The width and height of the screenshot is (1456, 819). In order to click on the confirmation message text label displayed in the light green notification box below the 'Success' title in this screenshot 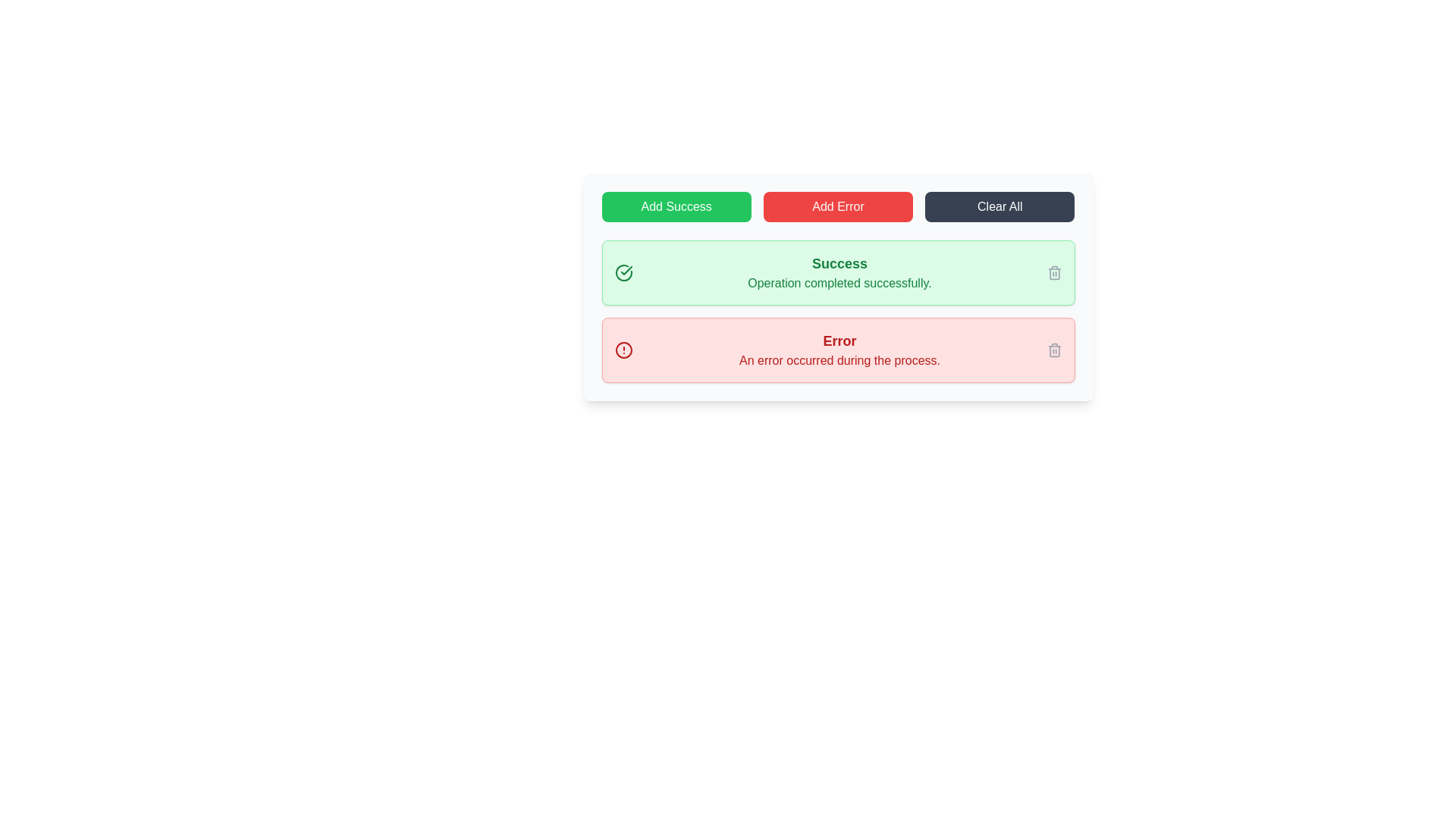, I will do `click(839, 284)`.